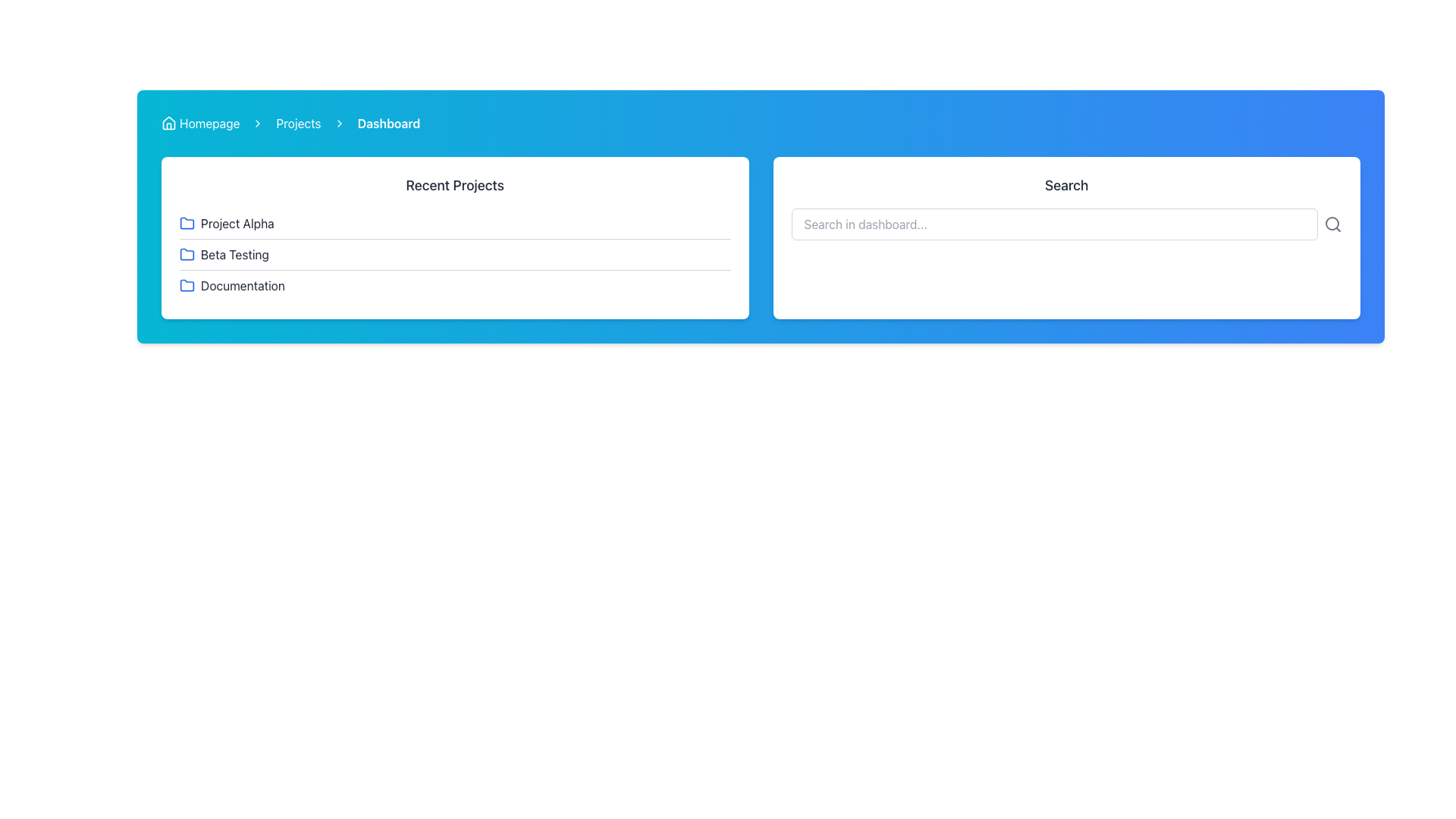 Image resolution: width=1456 pixels, height=819 pixels. I want to click on the vector graphic segment of the folder icon representing the 'Documentation' item in the Recent Projects list, so click(186, 284).